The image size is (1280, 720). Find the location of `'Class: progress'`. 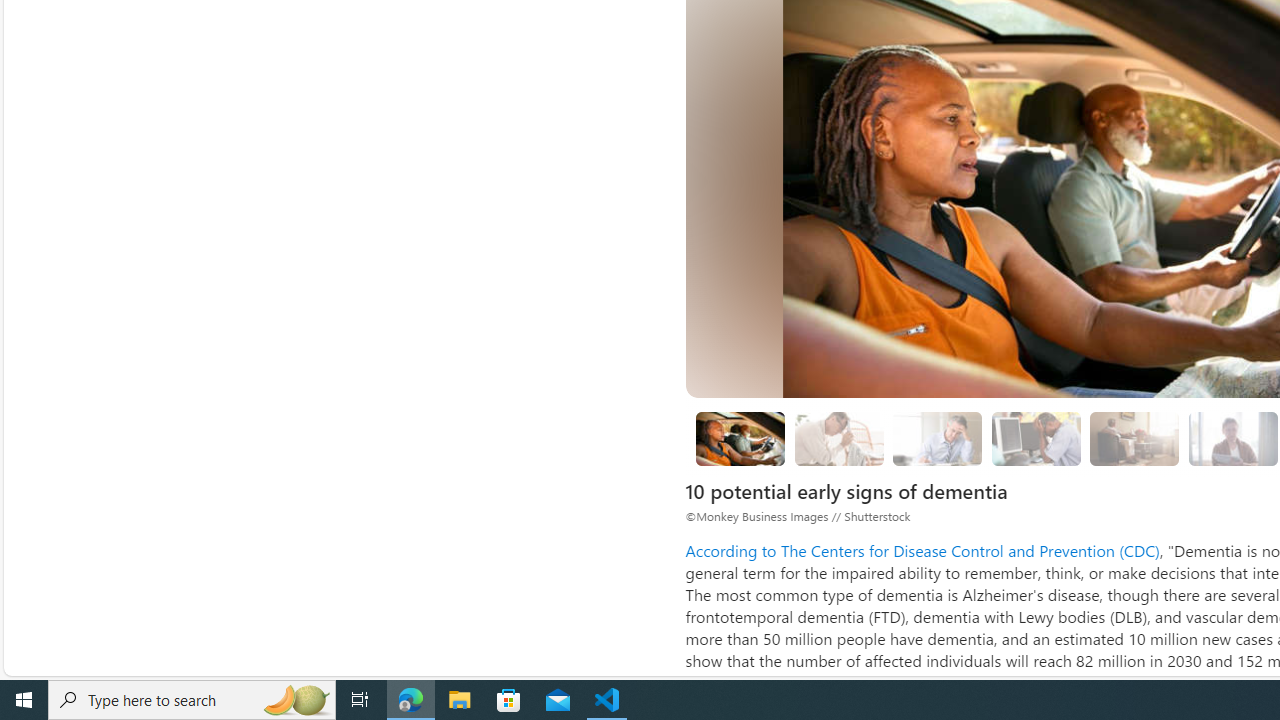

'Class: progress' is located at coordinates (1134, 434).